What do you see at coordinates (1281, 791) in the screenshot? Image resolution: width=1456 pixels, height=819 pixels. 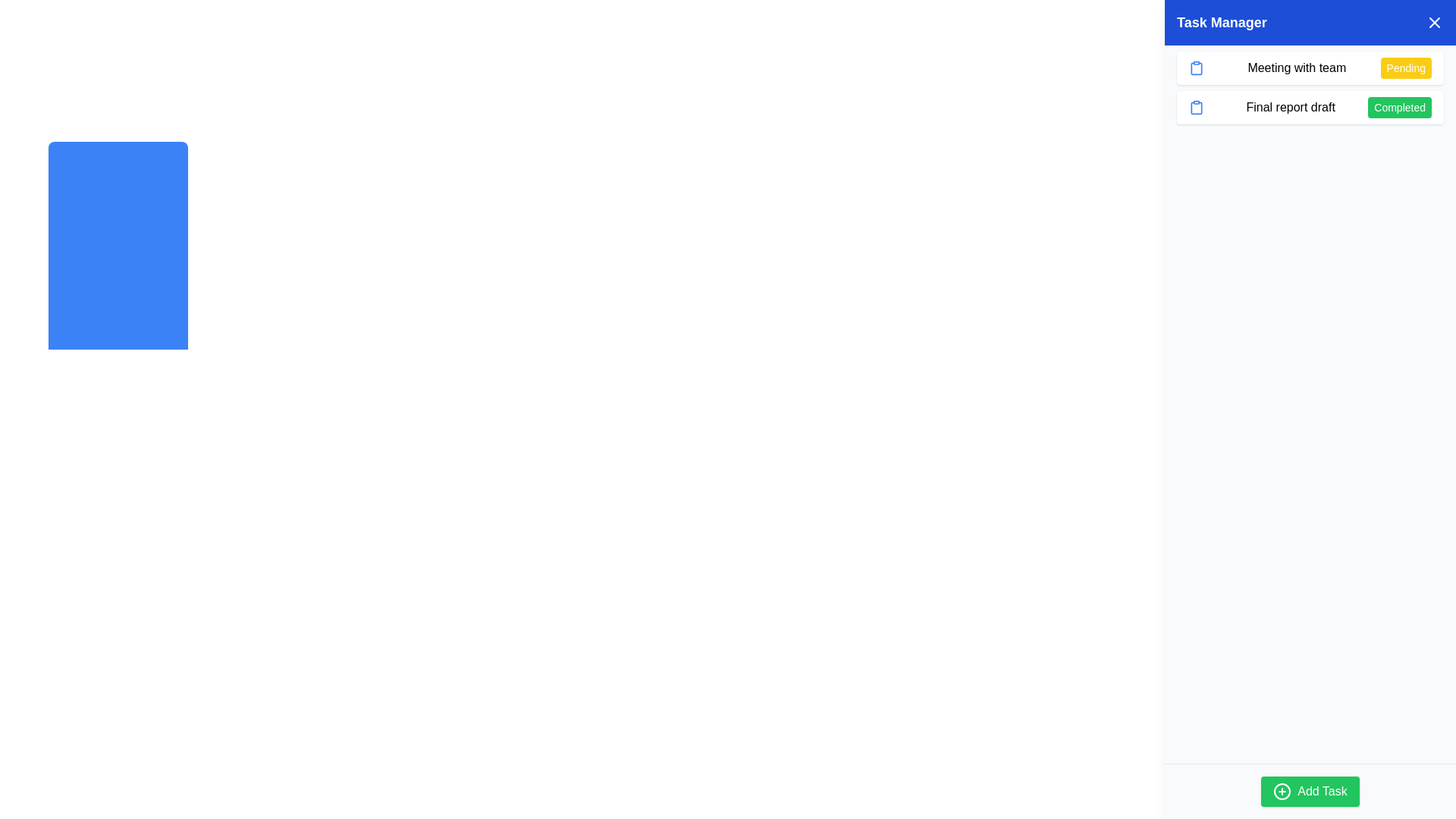 I see `the '+' icon's circular part within the 'Add Task' button located at the bottom-right corner of the interface` at bounding box center [1281, 791].